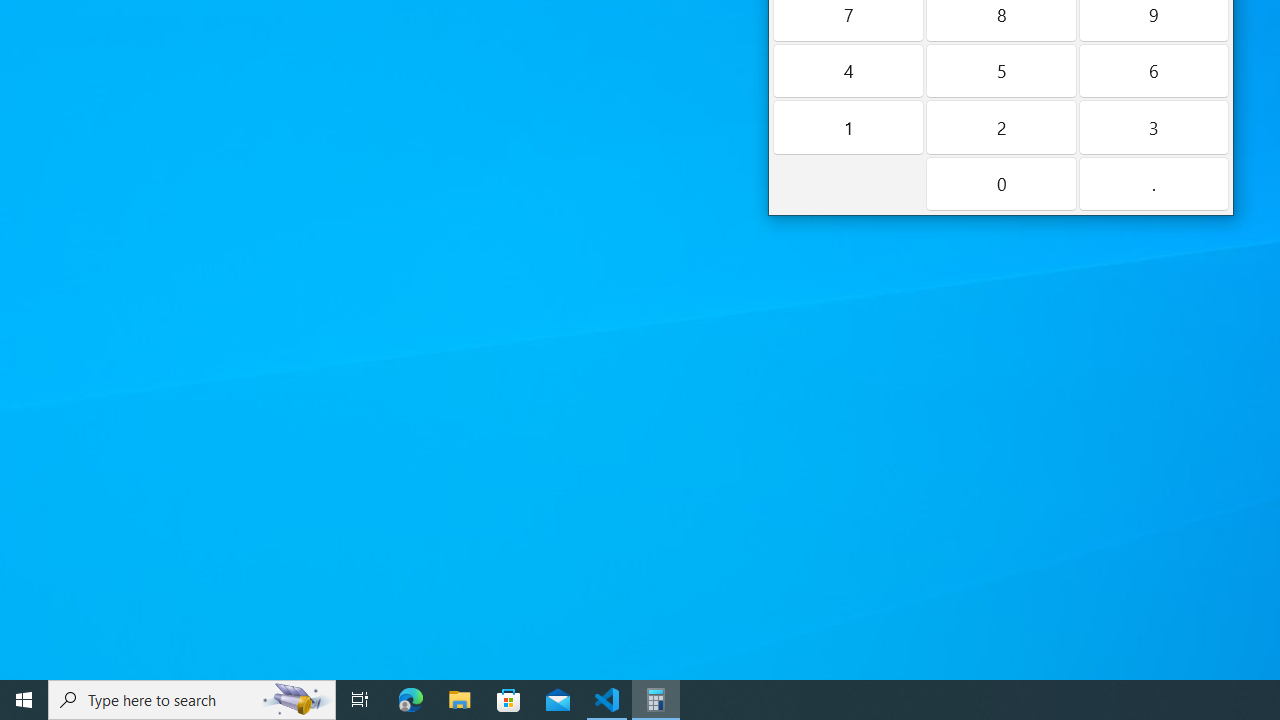  What do you see at coordinates (1153, 183) in the screenshot?
I see `'Decimal separator'` at bounding box center [1153, 183].